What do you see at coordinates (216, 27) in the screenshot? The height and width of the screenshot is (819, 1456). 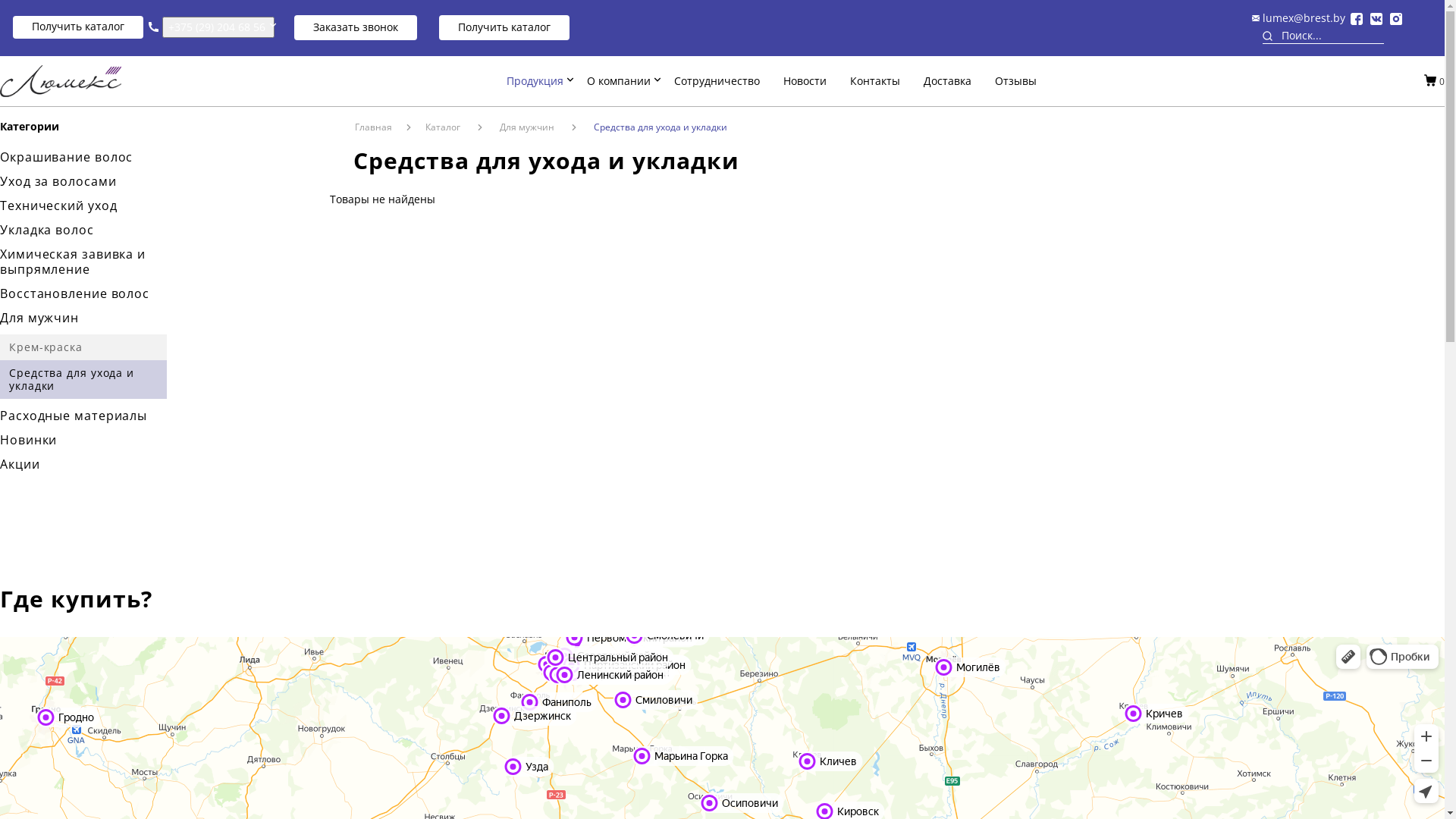 I see `'+375 (29) 204 68 56'` at bounding box center [216, 27].